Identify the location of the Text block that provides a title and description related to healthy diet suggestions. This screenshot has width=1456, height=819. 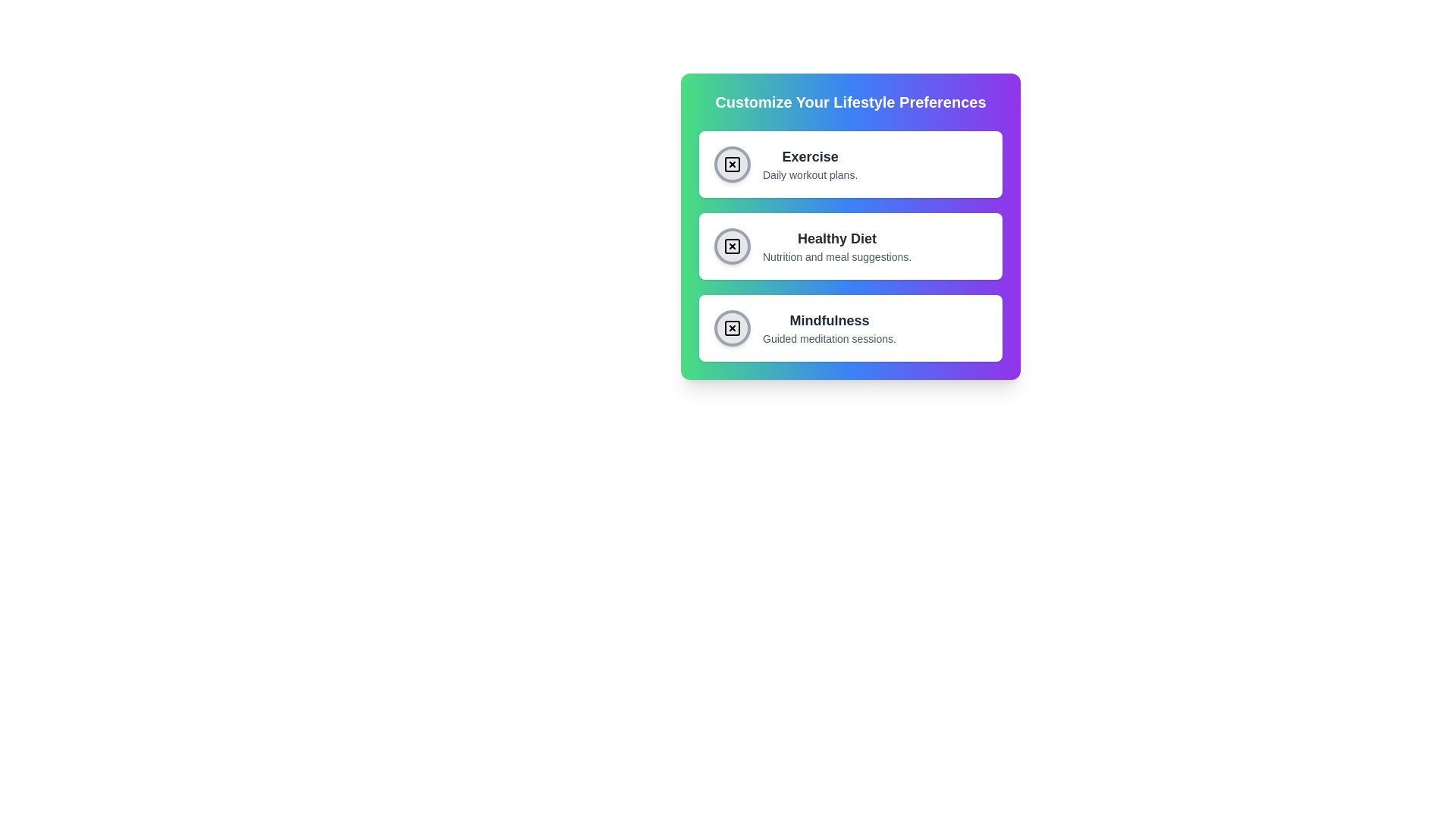
(836, 245).